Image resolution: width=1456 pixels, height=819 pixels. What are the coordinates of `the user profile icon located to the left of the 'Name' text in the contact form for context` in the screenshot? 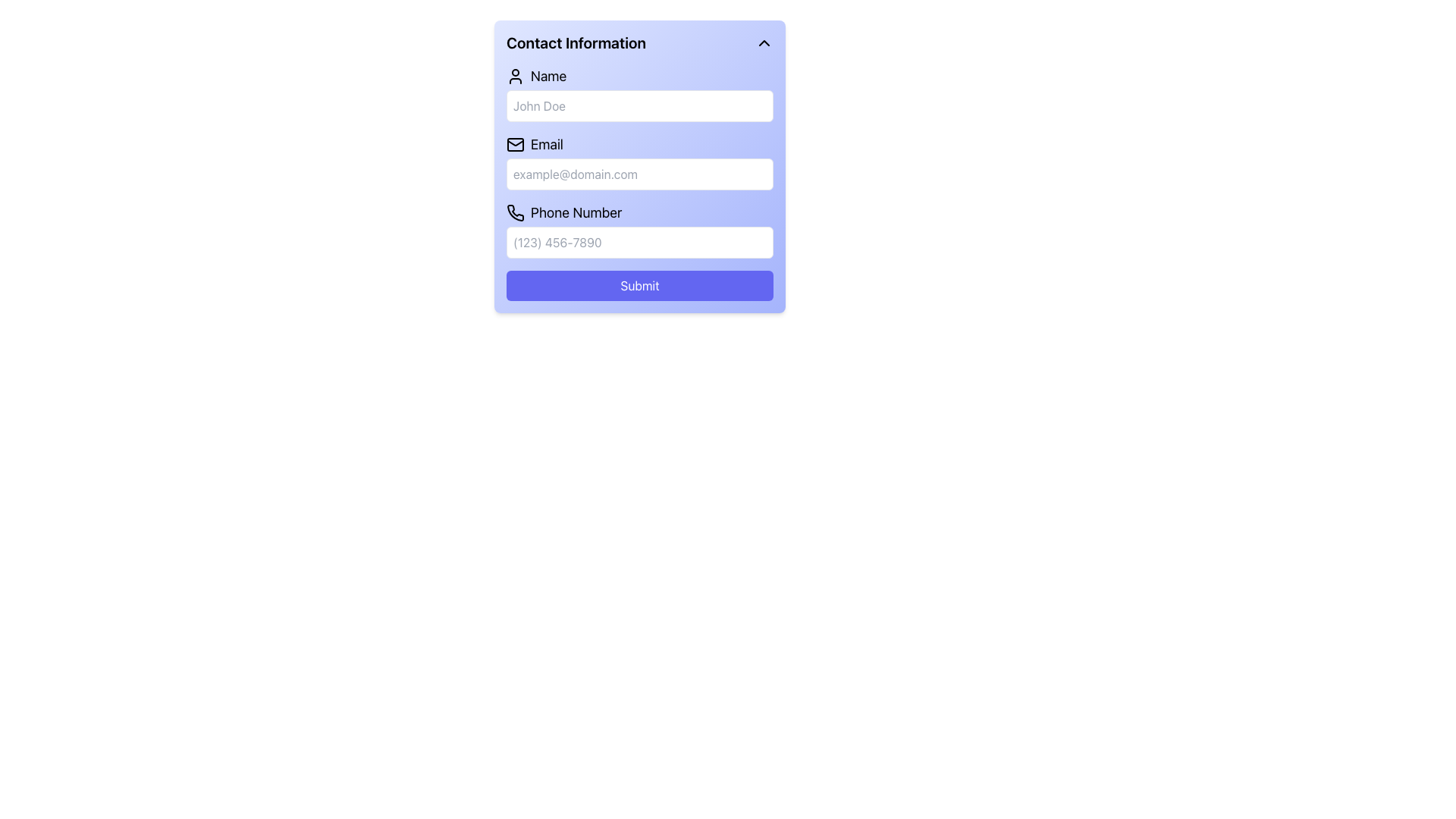 It's located at (516, 76).